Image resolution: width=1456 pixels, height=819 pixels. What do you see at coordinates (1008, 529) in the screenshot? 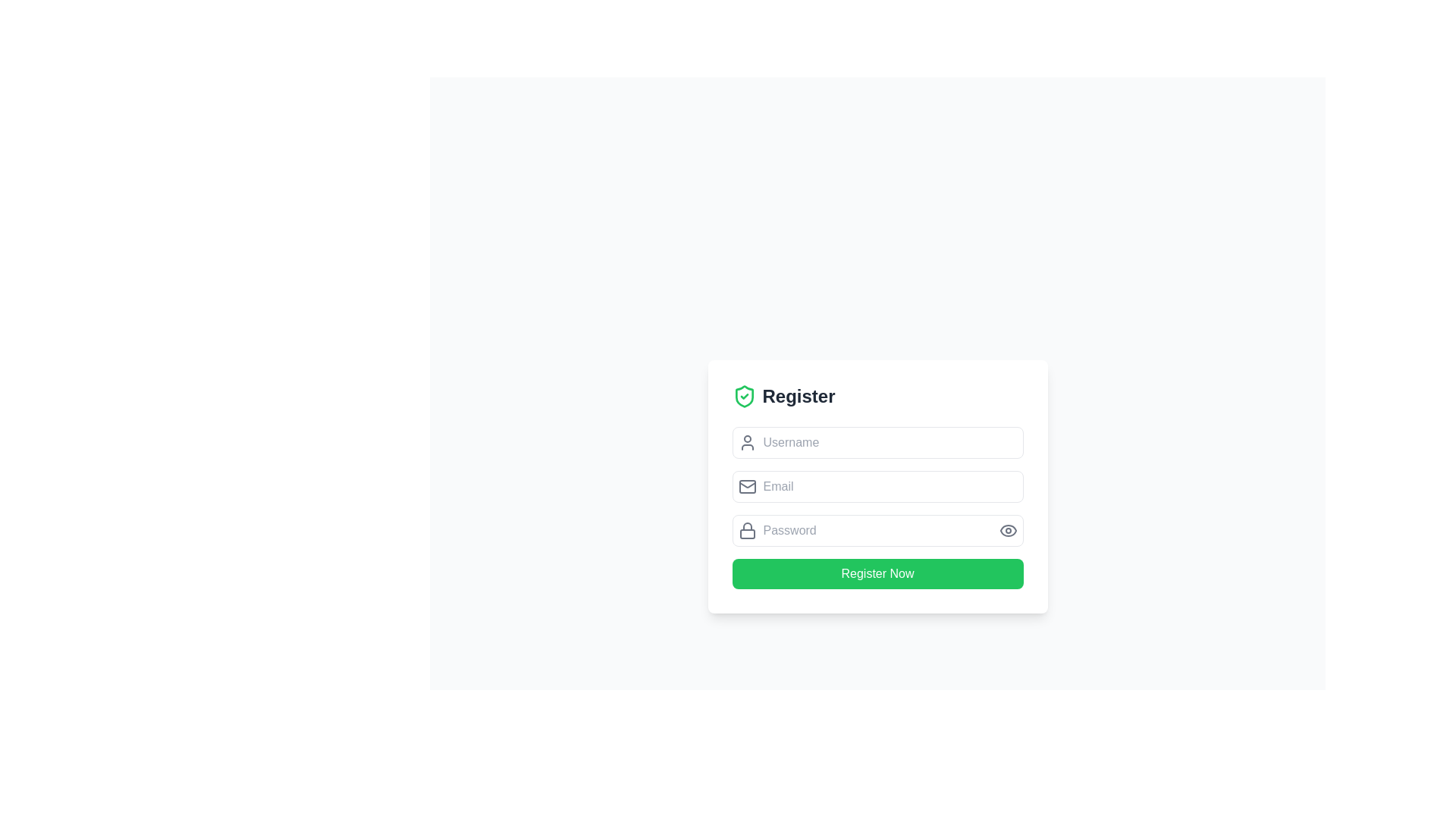
I see `the circular eye button with a gray outline located at the right end of the password input field` at bounding box center [1008, 529].